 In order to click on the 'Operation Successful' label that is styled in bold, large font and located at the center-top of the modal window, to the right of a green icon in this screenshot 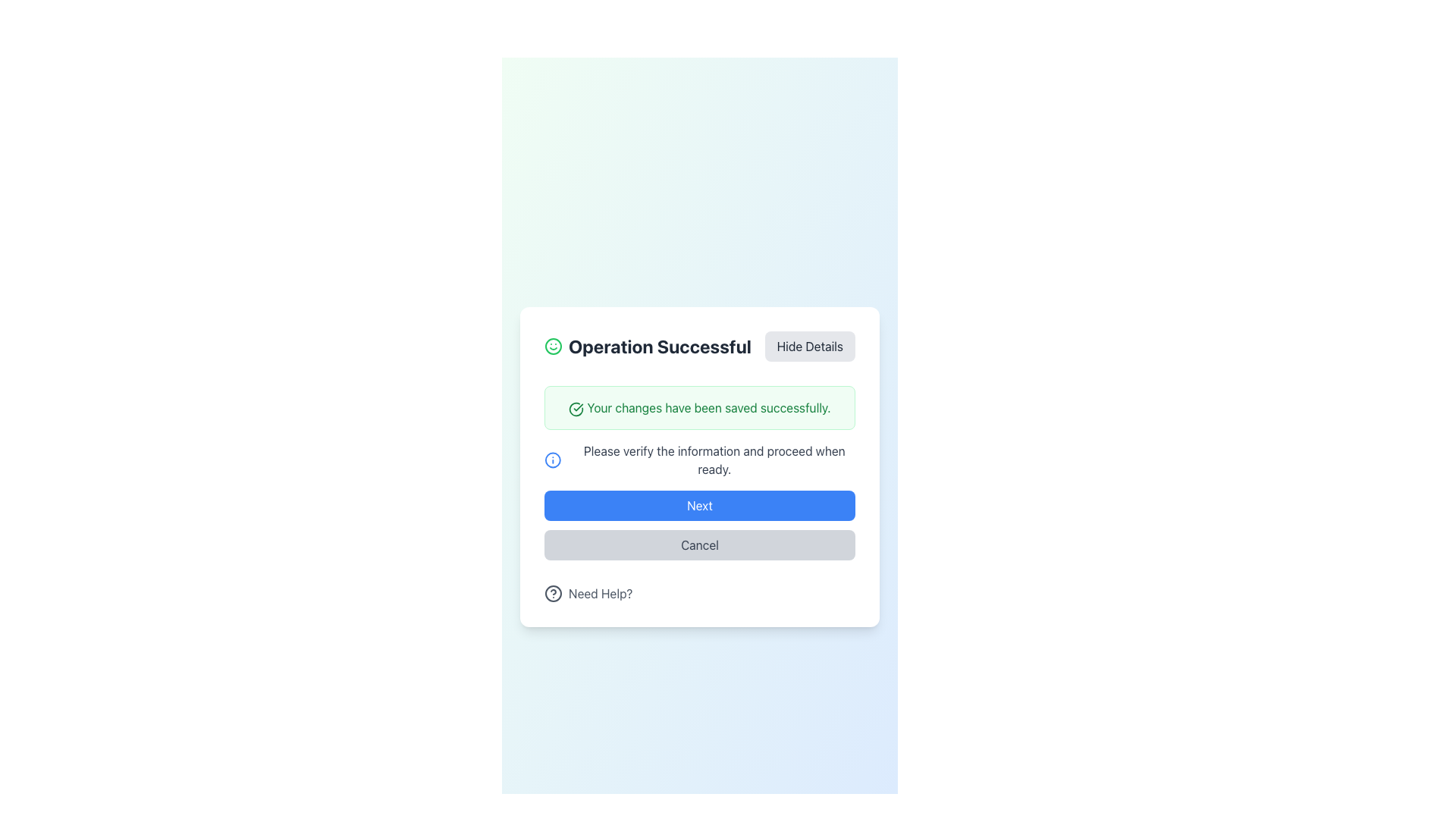, I will do `click(660, 346)`.